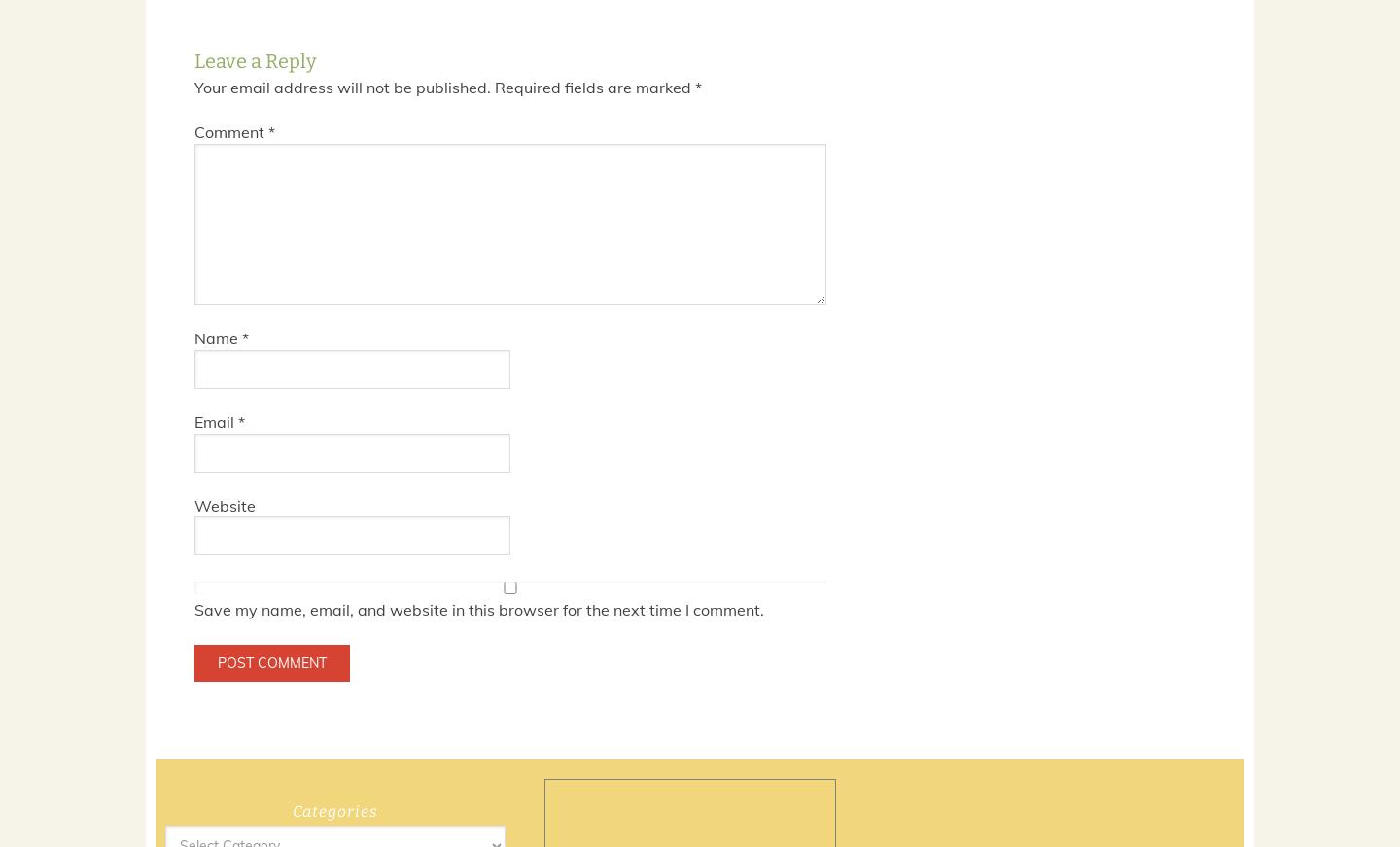 Image resolution: width=1400 pixels, height=847 pixels. Describe the element at coordinates (225, 505) in the screenshot. I see `'Website'` at that location.